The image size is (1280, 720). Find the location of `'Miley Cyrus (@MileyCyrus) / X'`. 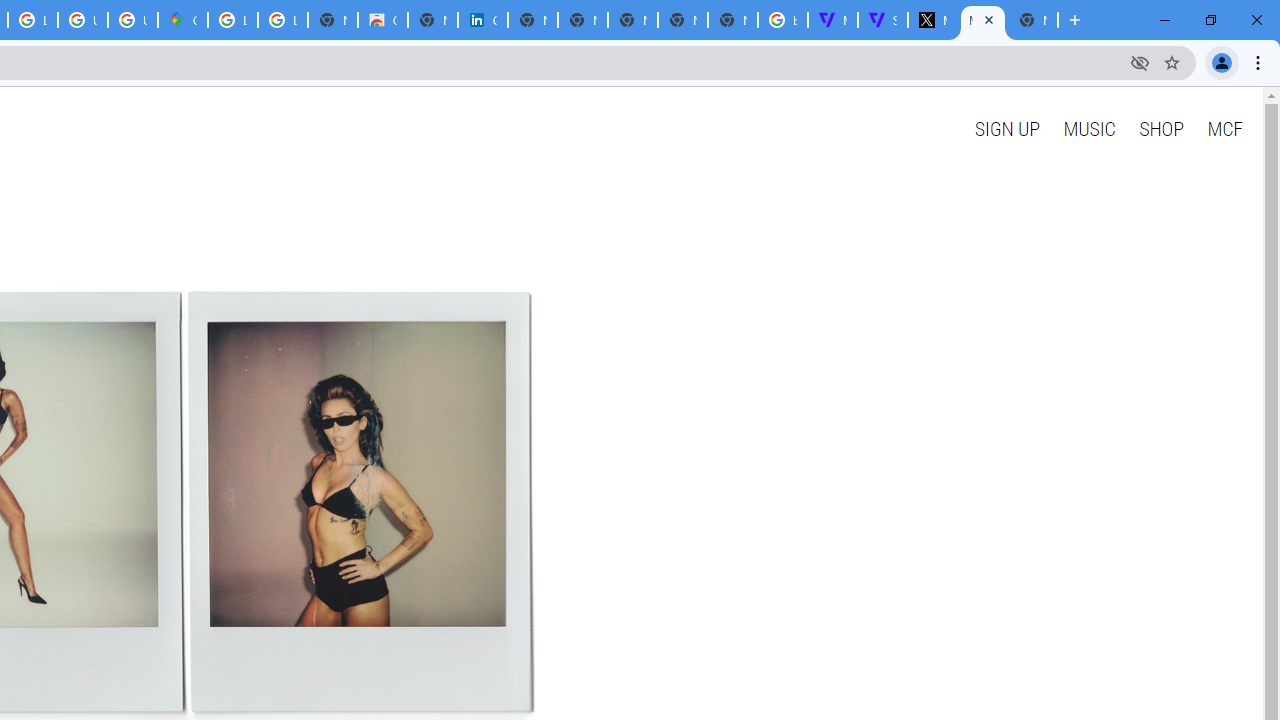

'Miley Cyrus (@MileyCyrus) / X' is located at coordinates (931, 20).